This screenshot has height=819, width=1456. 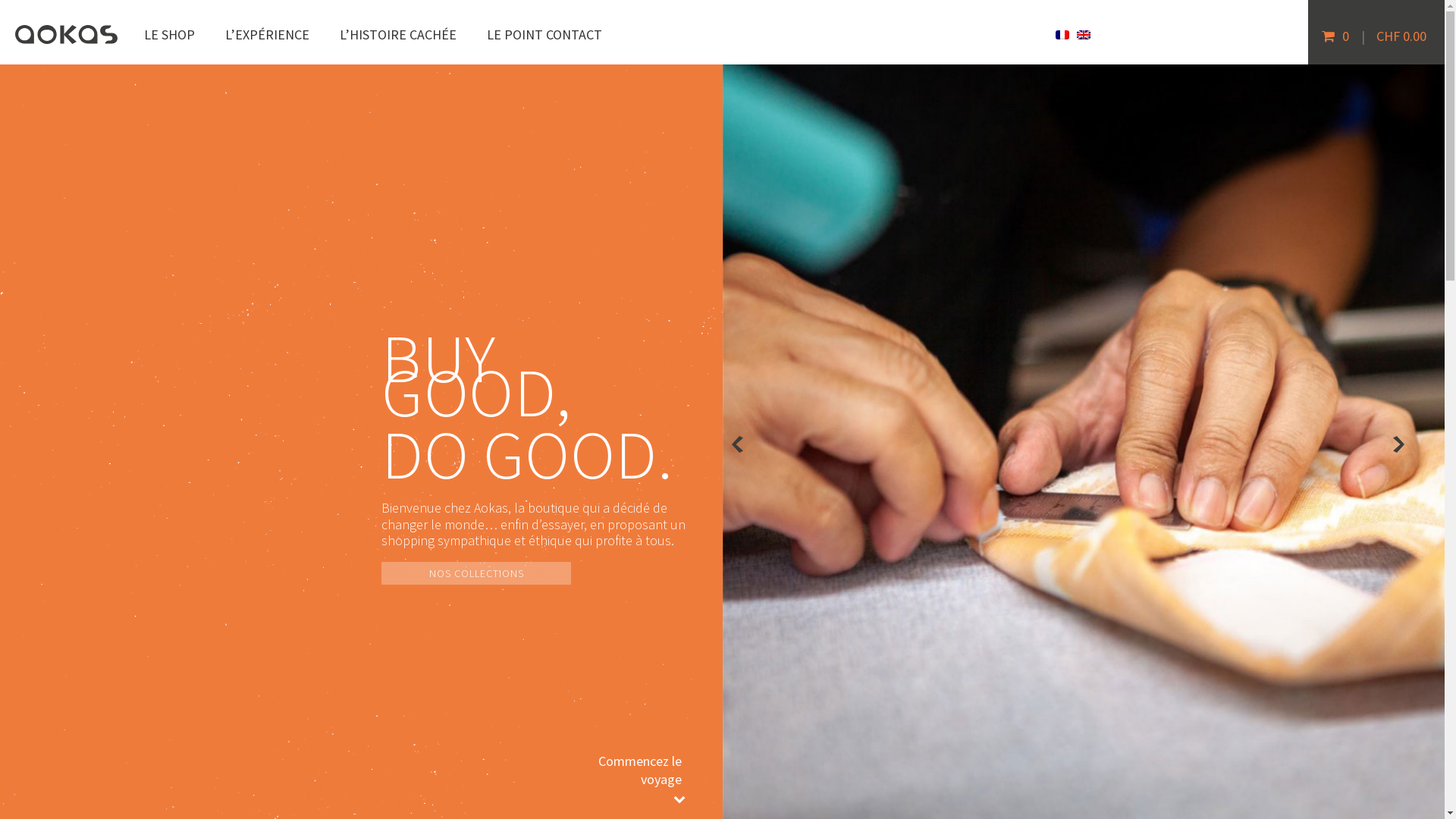 What do you see at coordinates (169, 34) in the screenshot?
I see `'LE SHOP'` at bounding box center [169, 34].